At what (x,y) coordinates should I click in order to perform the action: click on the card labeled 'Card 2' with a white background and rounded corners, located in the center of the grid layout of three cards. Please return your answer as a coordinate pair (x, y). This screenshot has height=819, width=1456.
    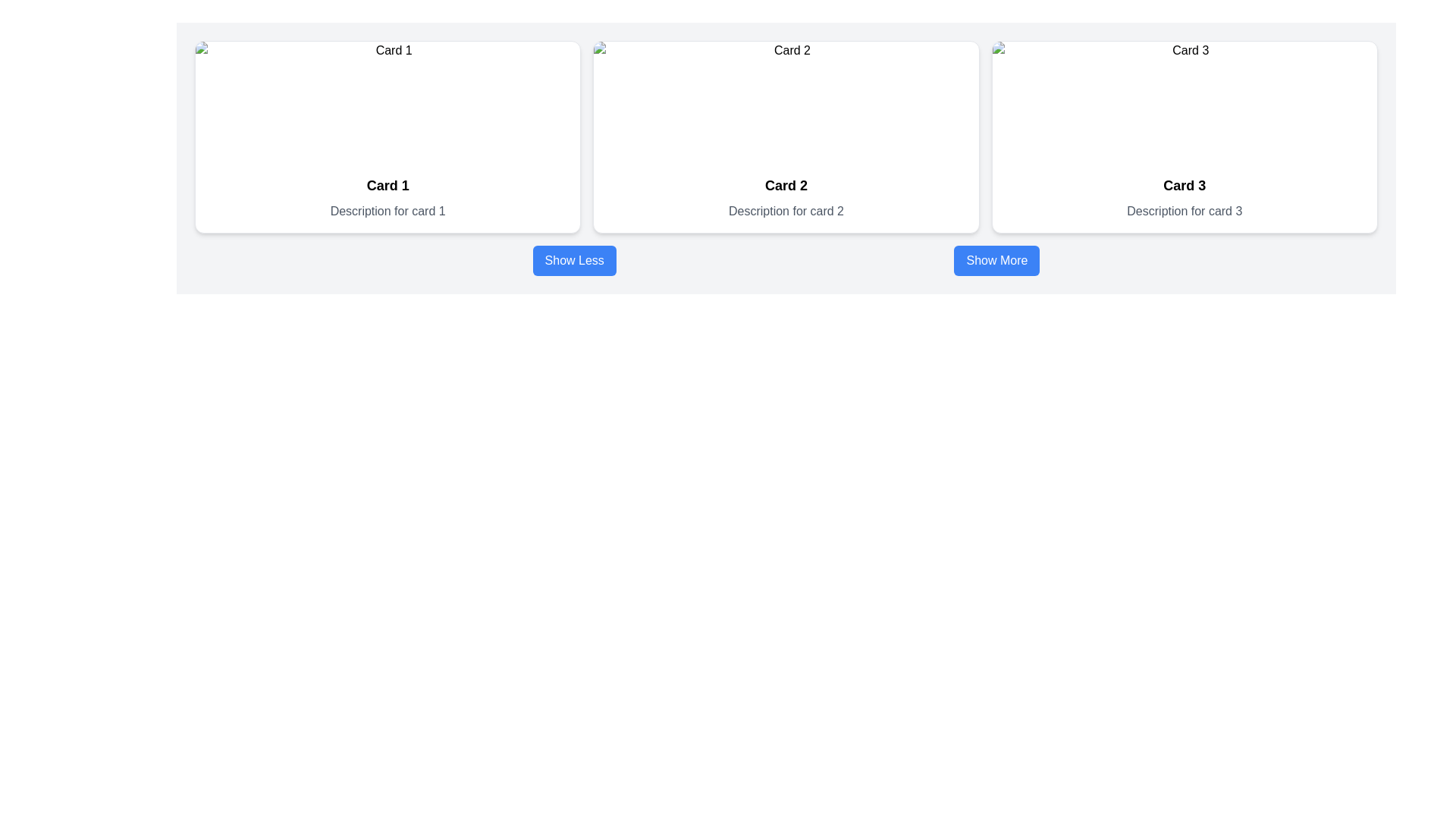
    Looking at the image, I should click on (786, 137).